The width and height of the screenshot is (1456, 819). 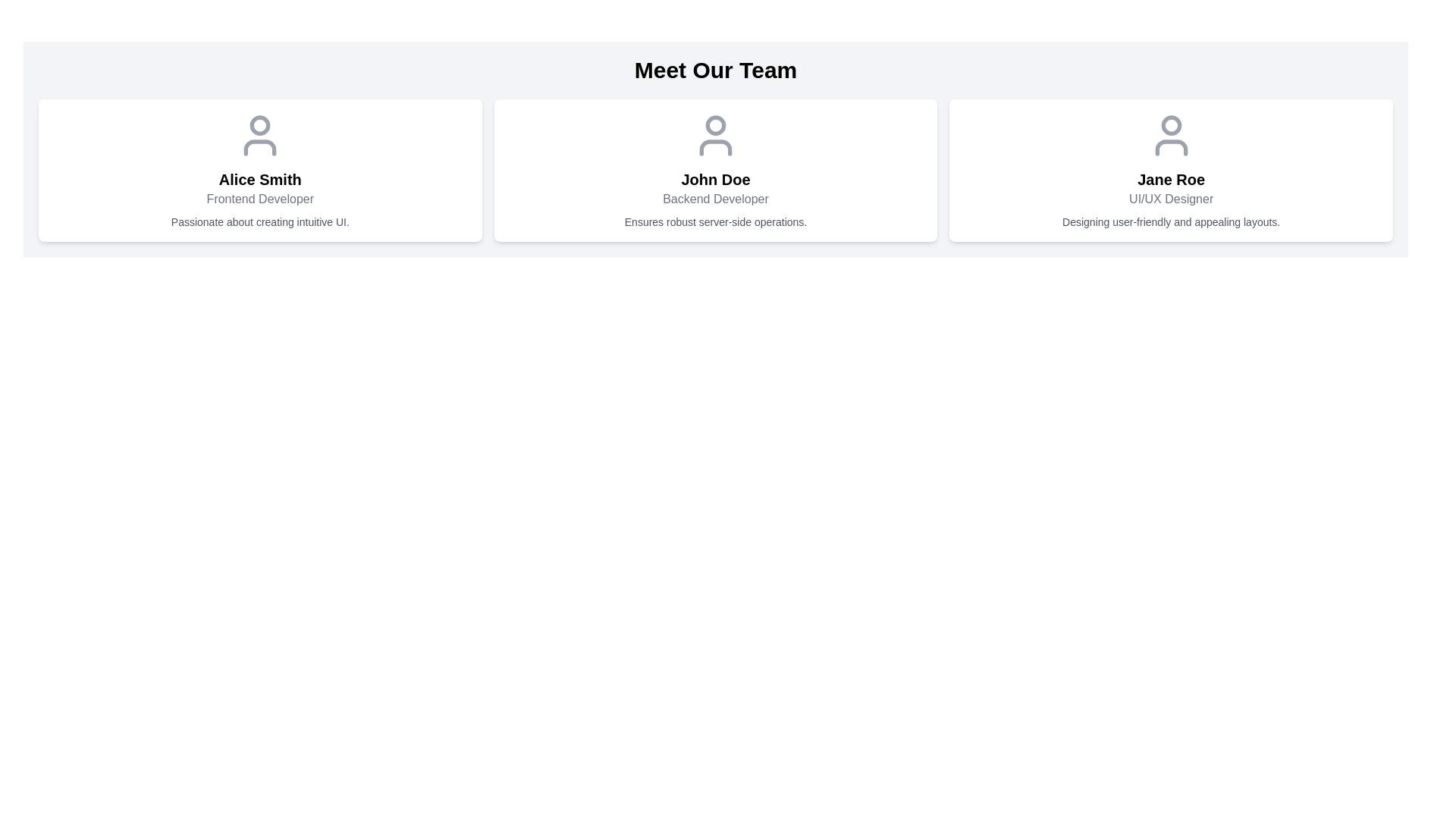 I want to click on the text label displaying 'Designing user-friendly and appealing layouts.' located beneath the job title 'UI/UX Designer' in the rightmost user card, so click(x=1170, y=222).